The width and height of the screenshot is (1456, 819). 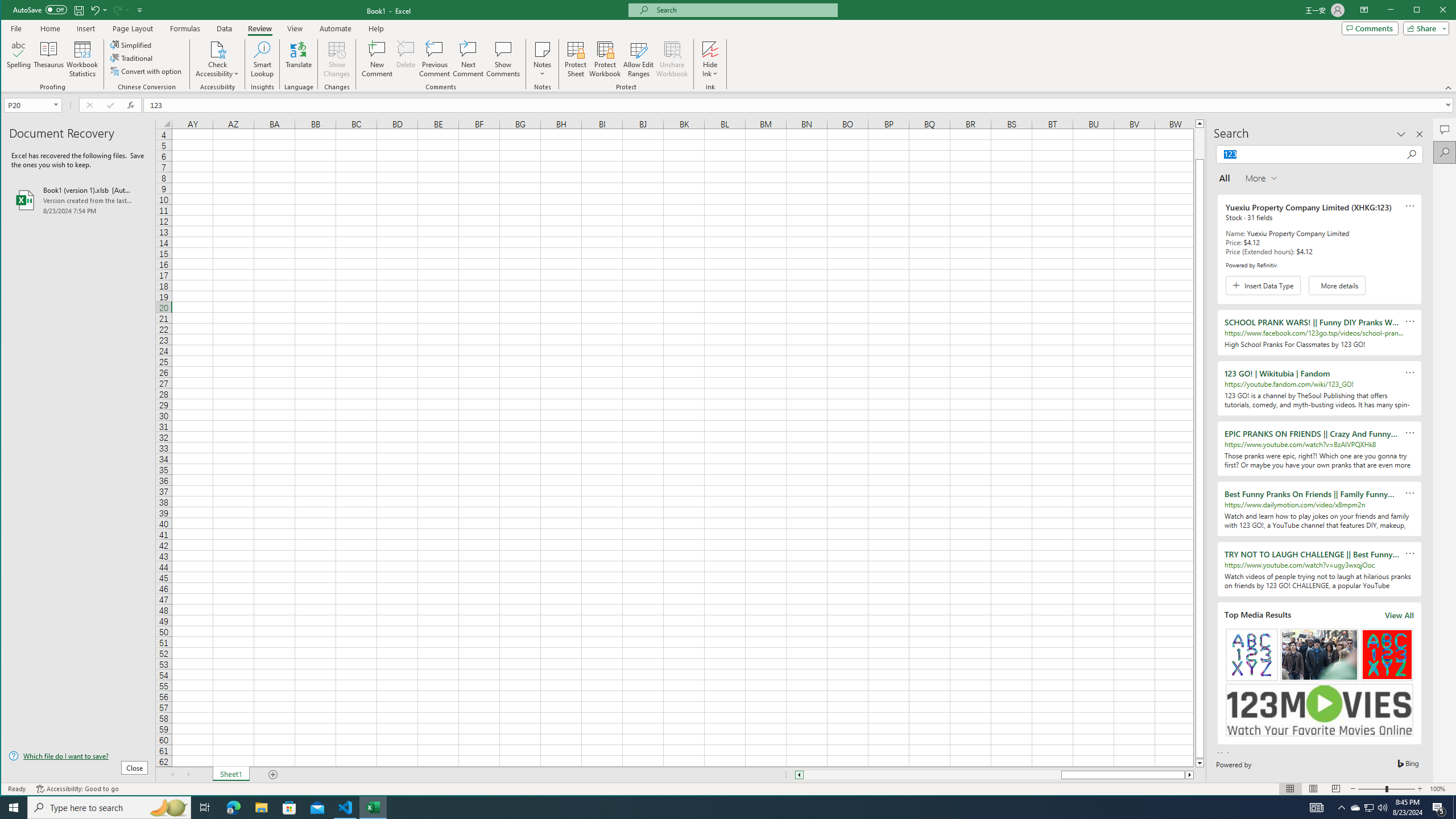 I want to click on 'Share', so click(x=1423, y=28).